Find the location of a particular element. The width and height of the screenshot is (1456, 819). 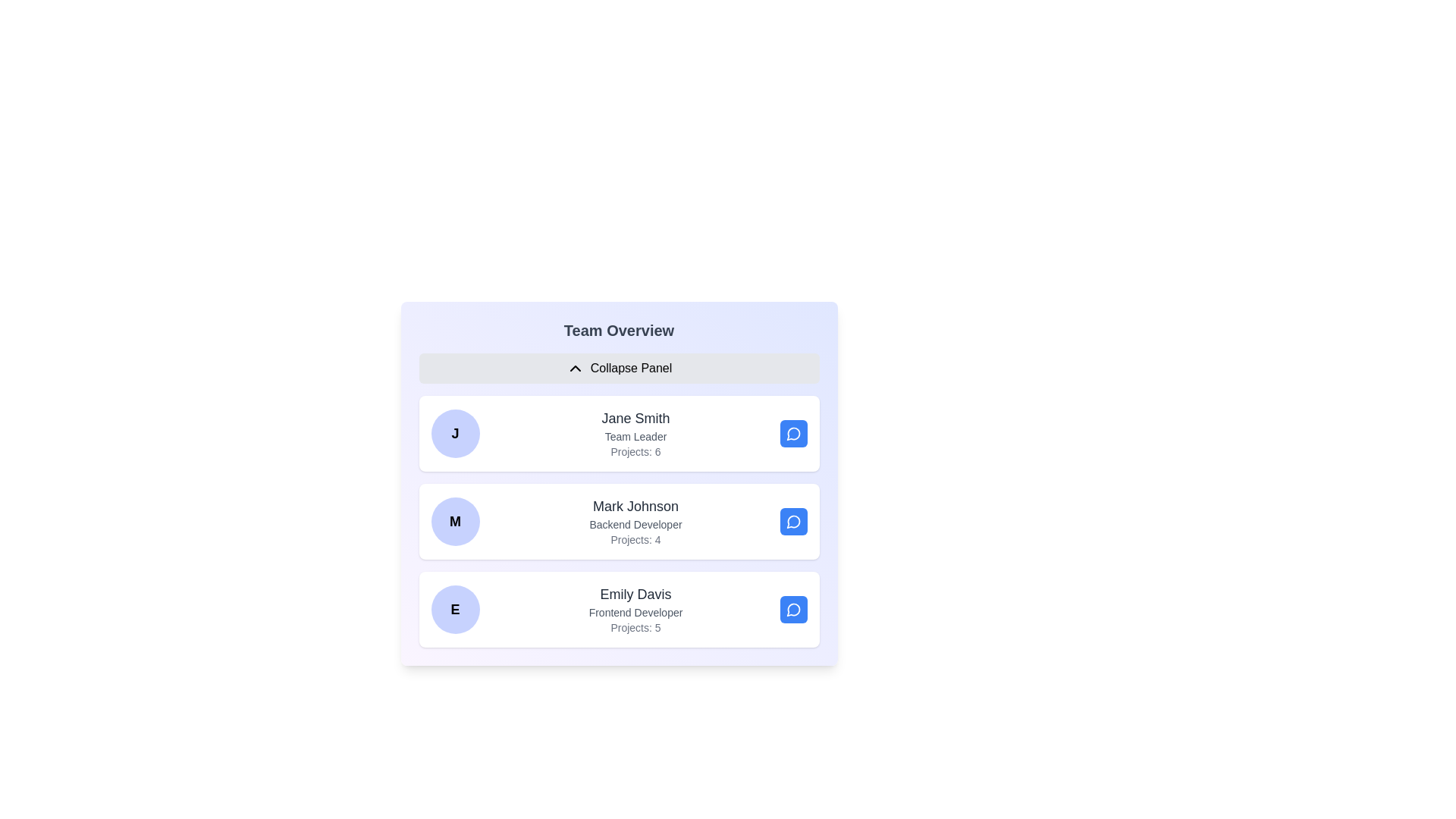

textual information displayed in the Text Display Section, which shows the name, job position, and project count of the individual, located in the second row of a vertical list between an avatar and a blue button is located at coordinates (635, 520).